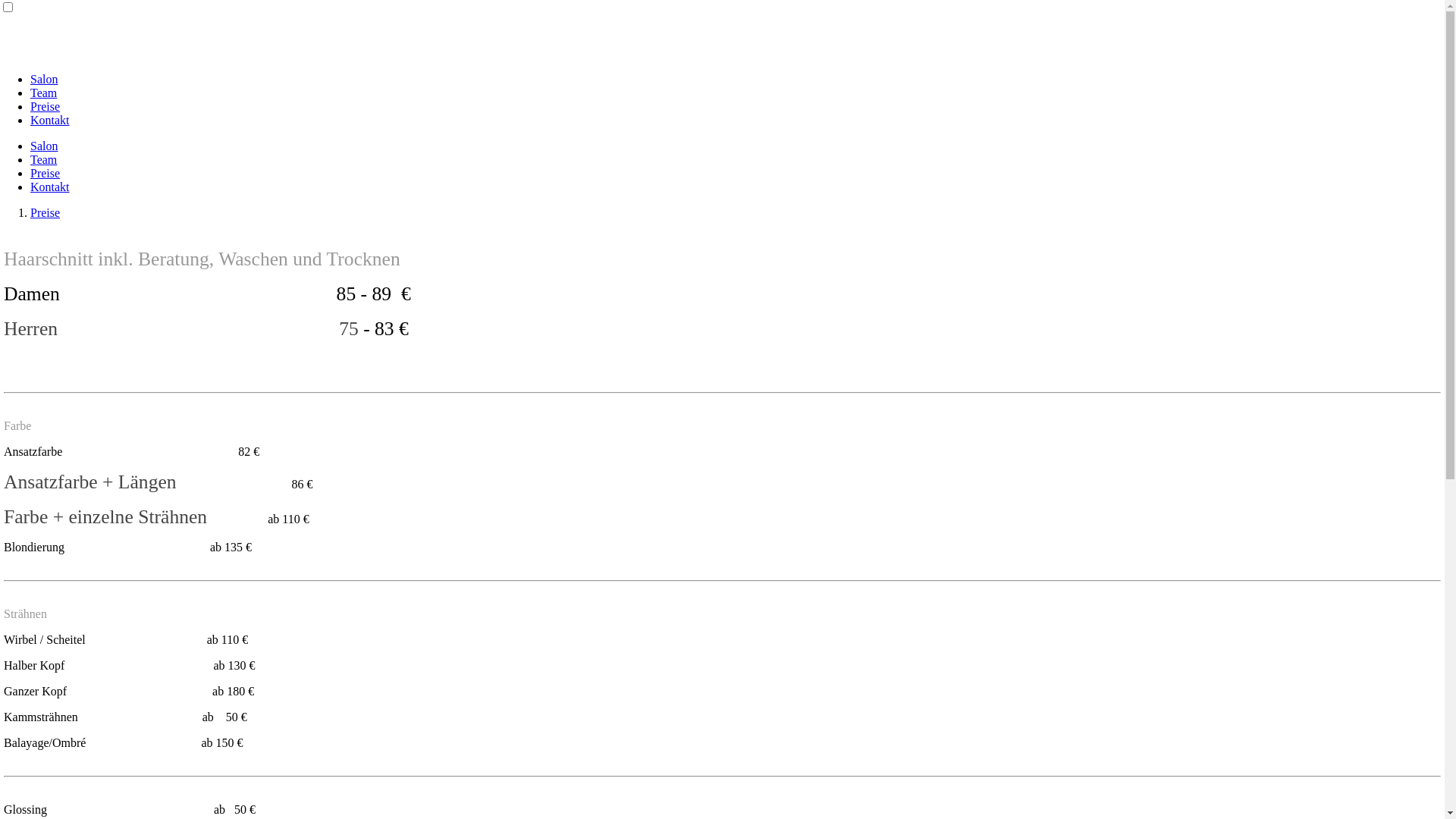  I want to click on 'Salon', so click(43, 146).